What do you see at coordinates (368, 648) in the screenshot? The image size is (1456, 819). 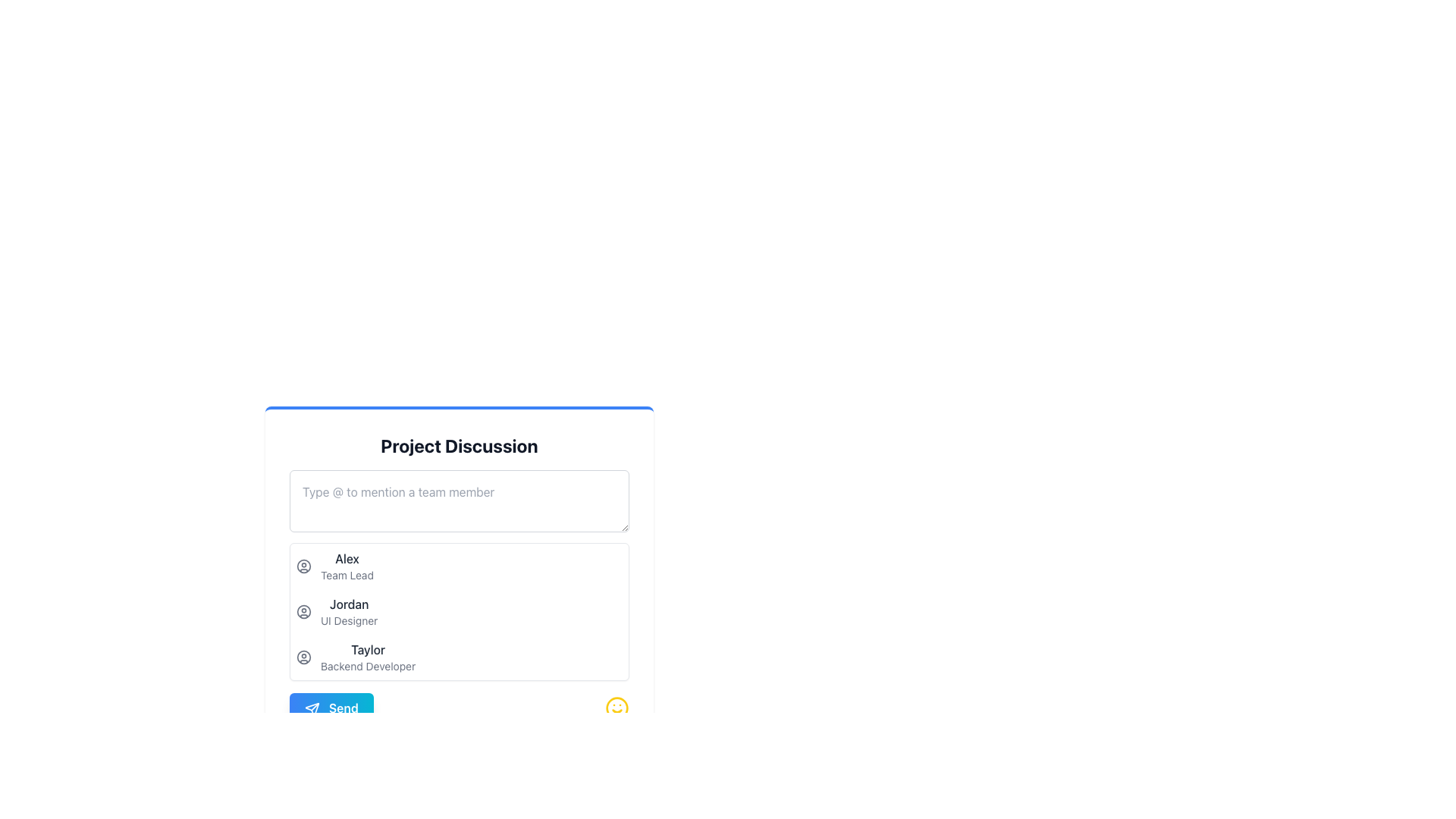 I see `the Text Label displaying 'Taylor' located above the label 'Backend Developer' in the team members list under 'Project Discussion'` at bounding box center [368, 648].